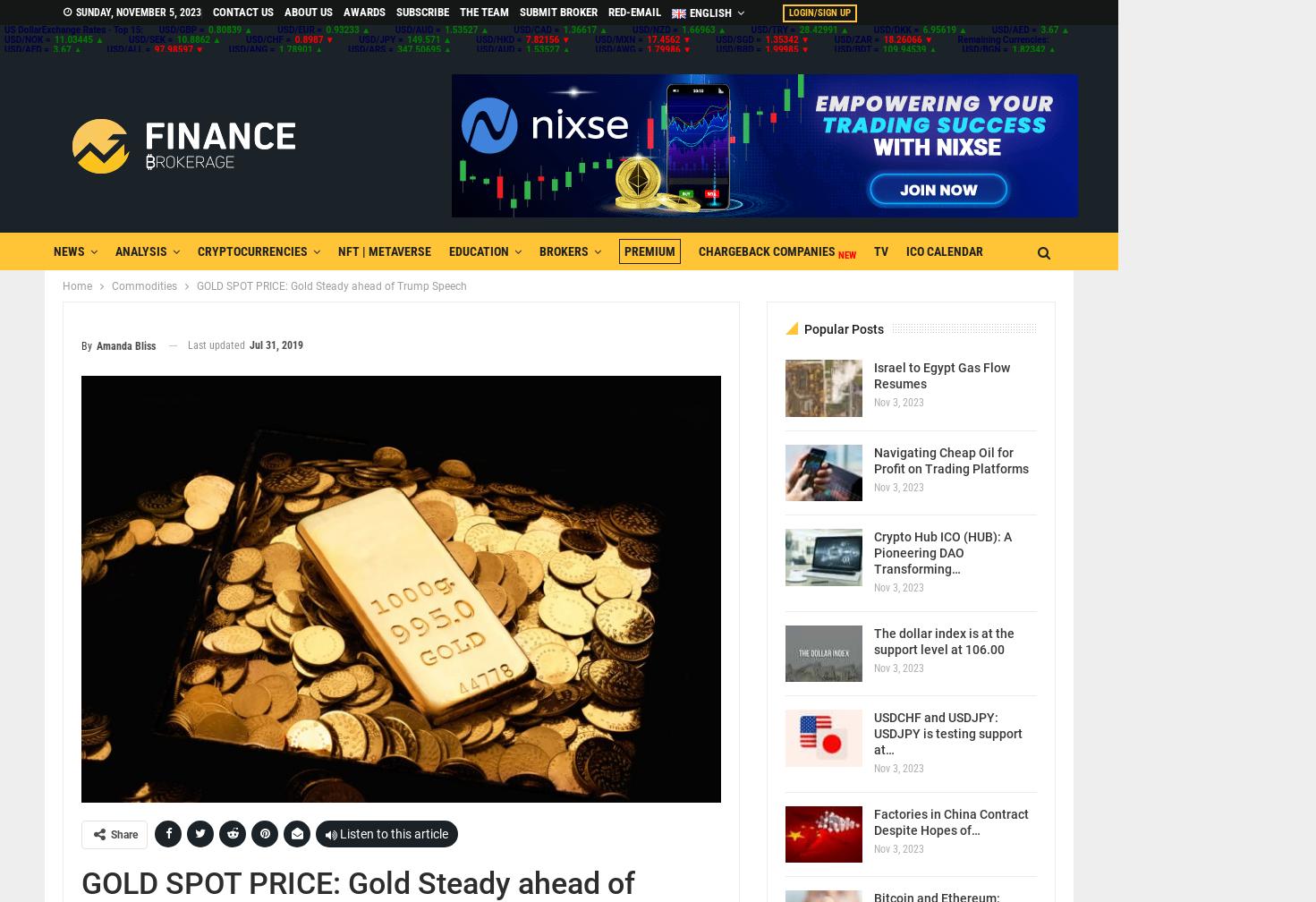 This screenshot has height=902, width=1316. Describe the element at coordinates (68, 251) in the screenshot. I see `'News'` at that location.